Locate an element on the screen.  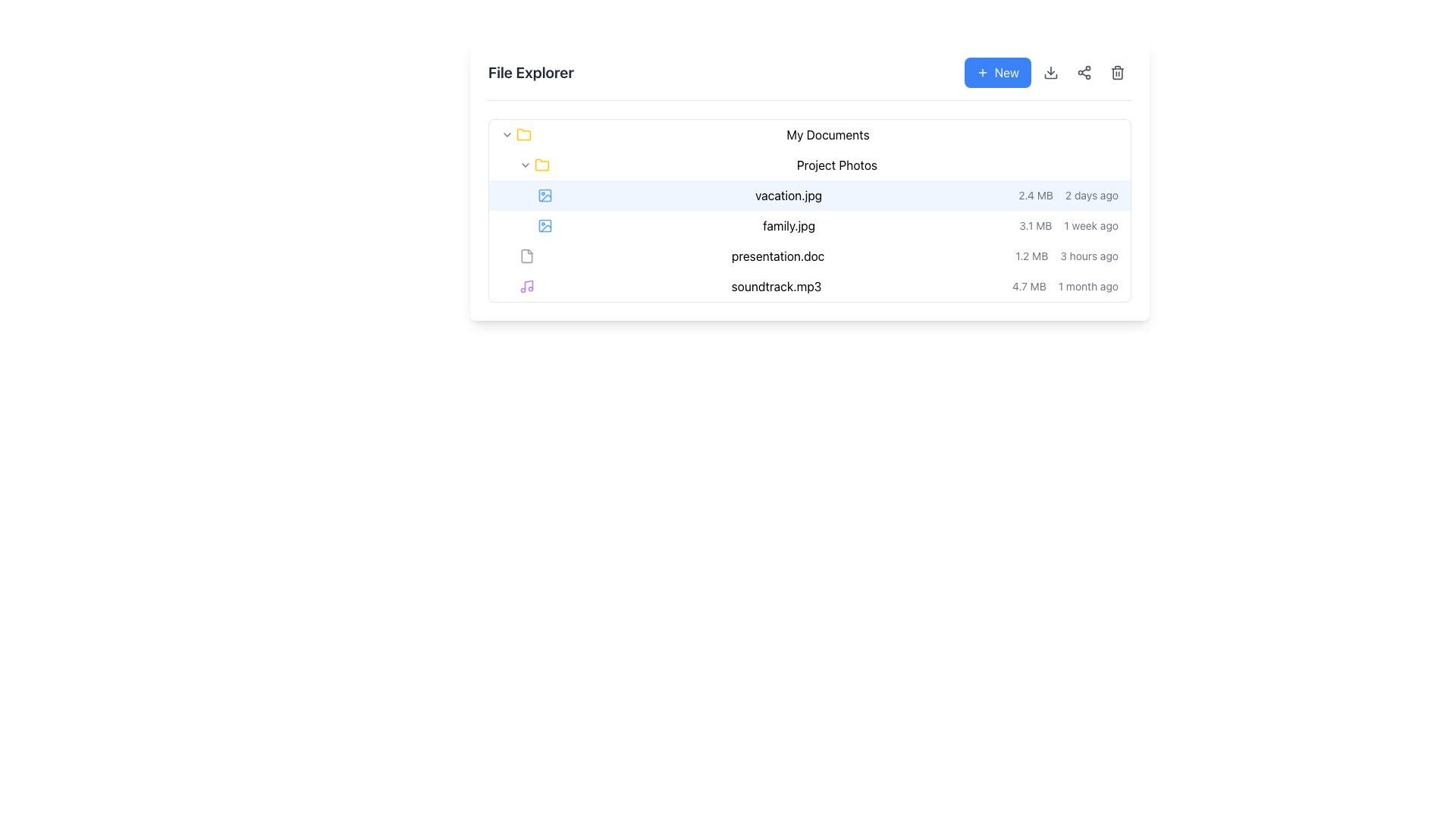
the text label displaying the file name in the file explorer interface is located at coordinates (789, 195).